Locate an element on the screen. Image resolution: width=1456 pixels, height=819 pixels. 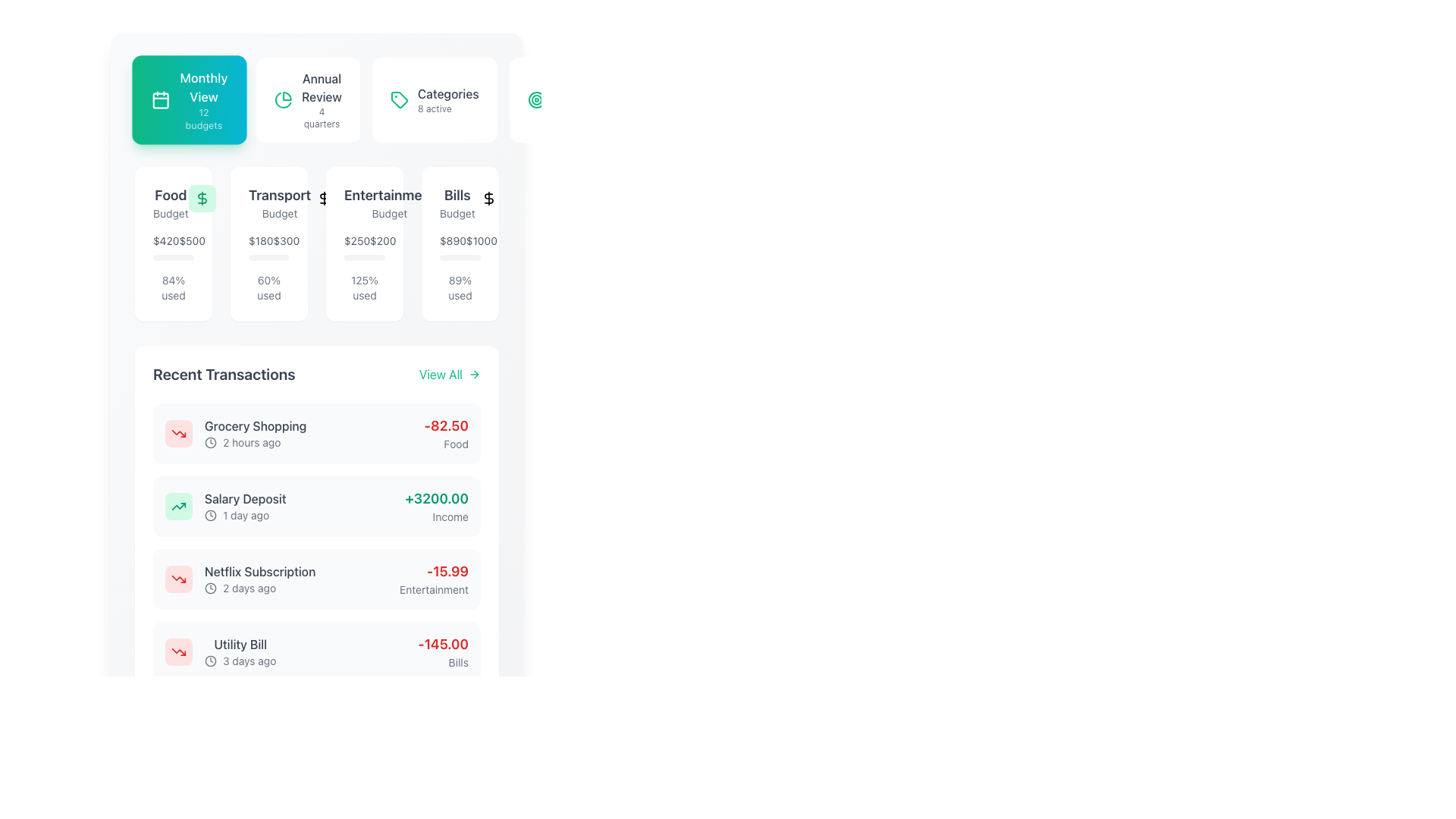
the small rectangular icon with a rounded border, featuring a pale red background and a red trending-down arrow symbol, located in the last row of 'Recent Transactions', to the left of 'Utility Bill' is located at coordinates (178, 651).